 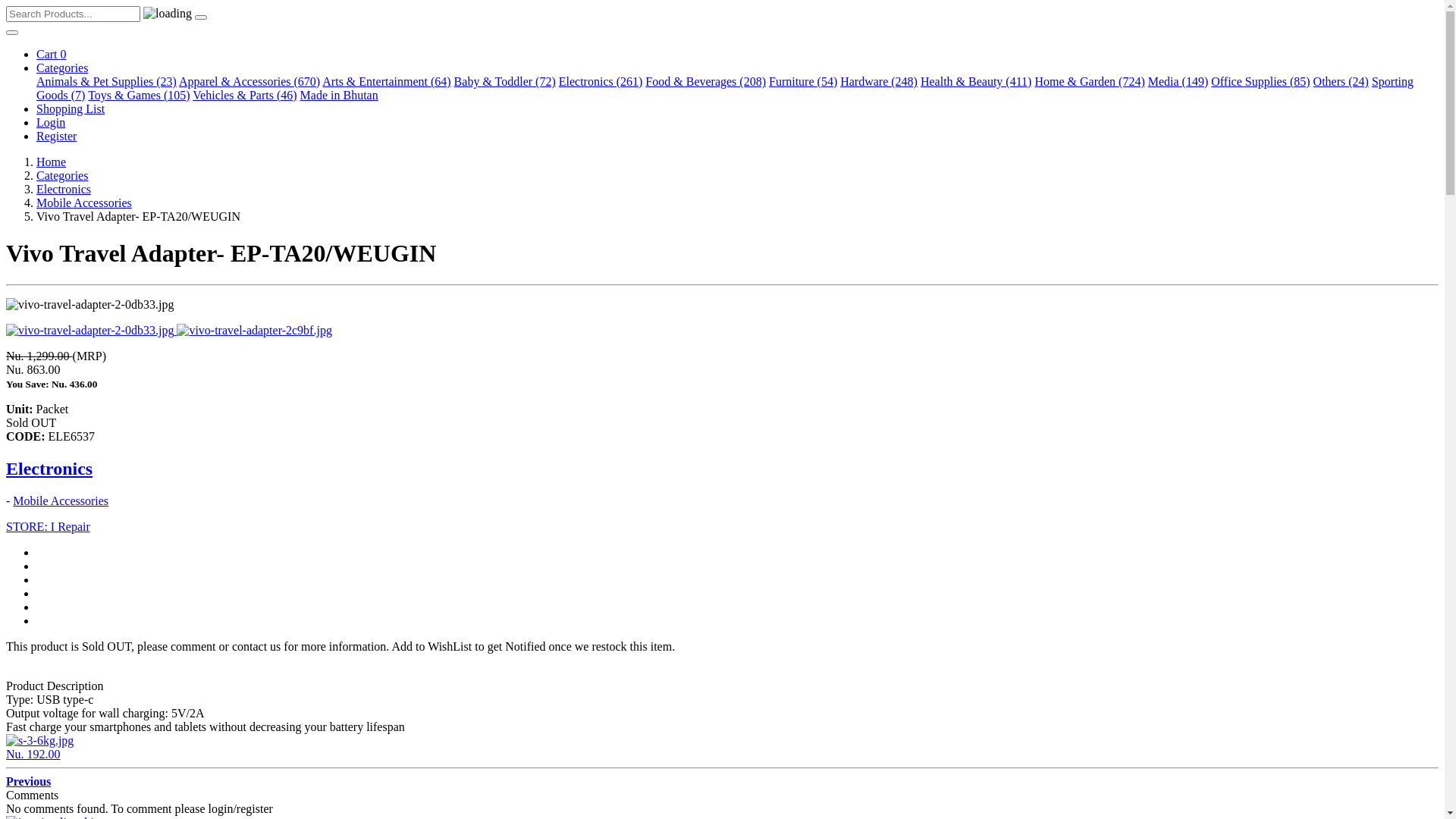 I want to click on 'Baby & Toddler (72)', so click(x=505, y=81).